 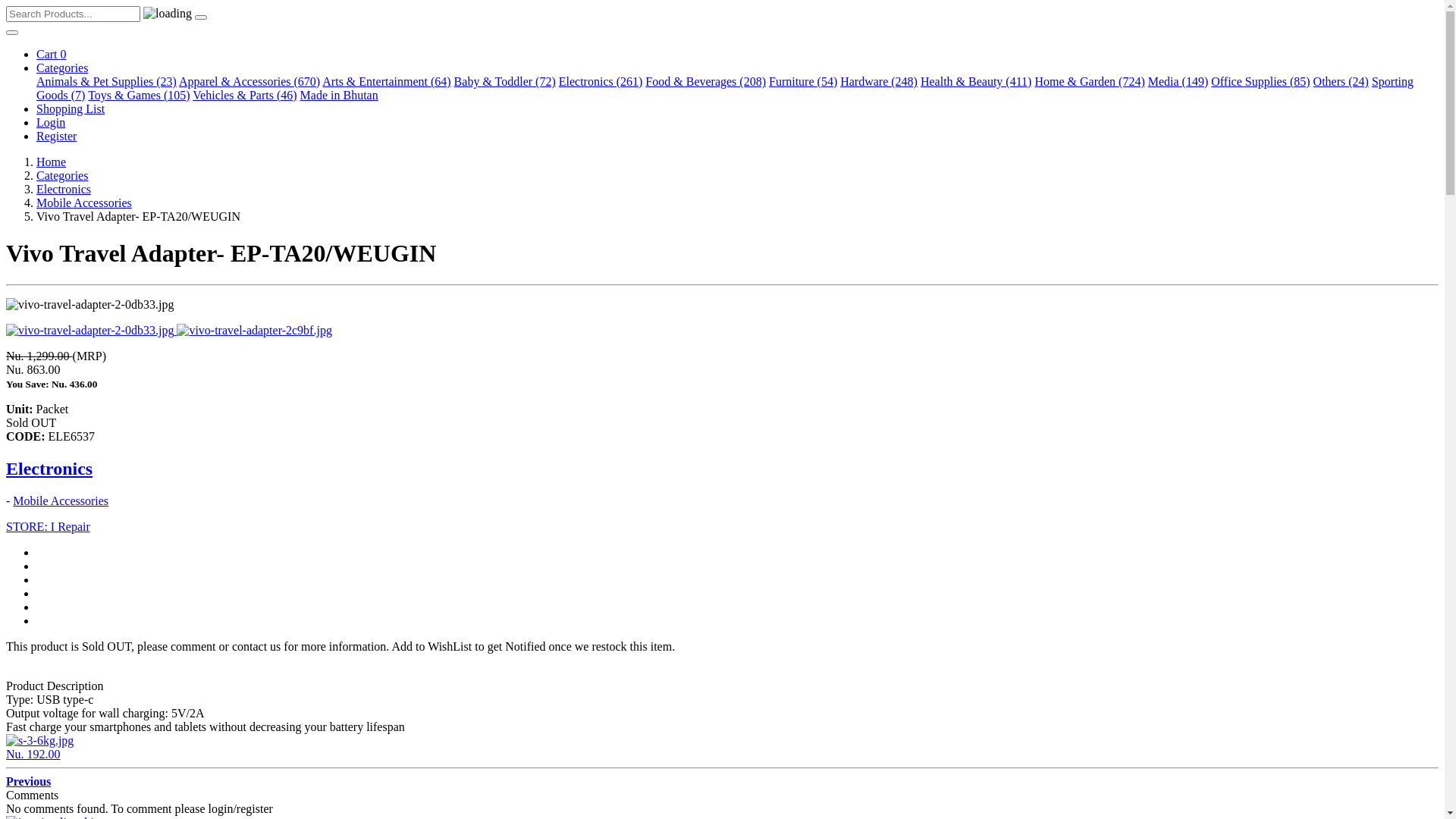 I want to click on 'Baby & Toddler (72)', so click(x=505, y=81).